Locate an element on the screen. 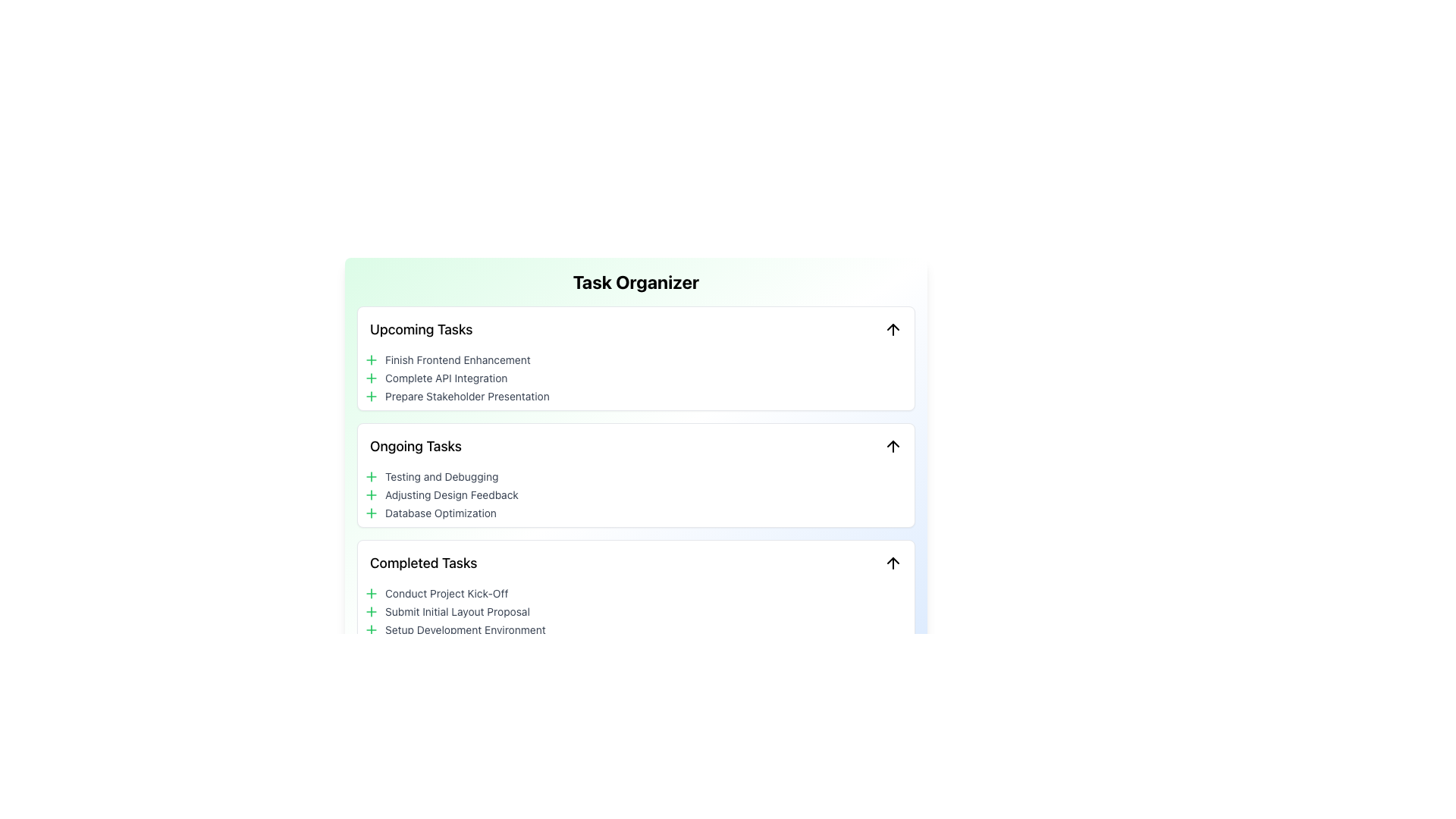 This screenshot has height=819, width=1456. the text label displaying 'Adjusting Design Feedback', which is the second item in the 'Ongoing Tasks' section, located between 'Testing and Debugging' and 'Database Optimization' is located at coordinates (450, 494).